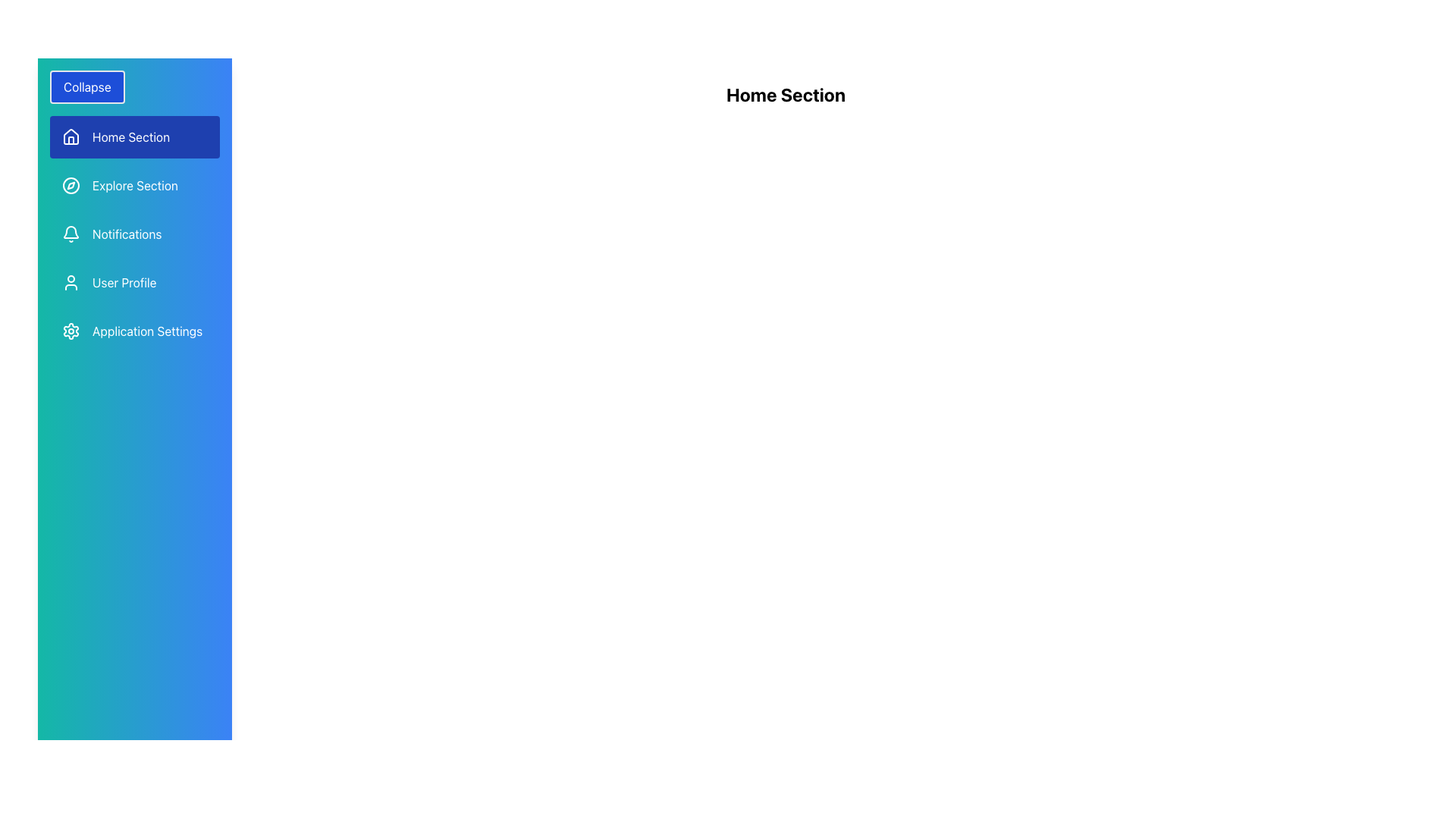  Describe the element at coordinates (127, 234) in the screenshot. I see `the 'Notifications' text in the vertical navigation sidebar, located under 'Explore Section' and above 'User Profile'` at that location.